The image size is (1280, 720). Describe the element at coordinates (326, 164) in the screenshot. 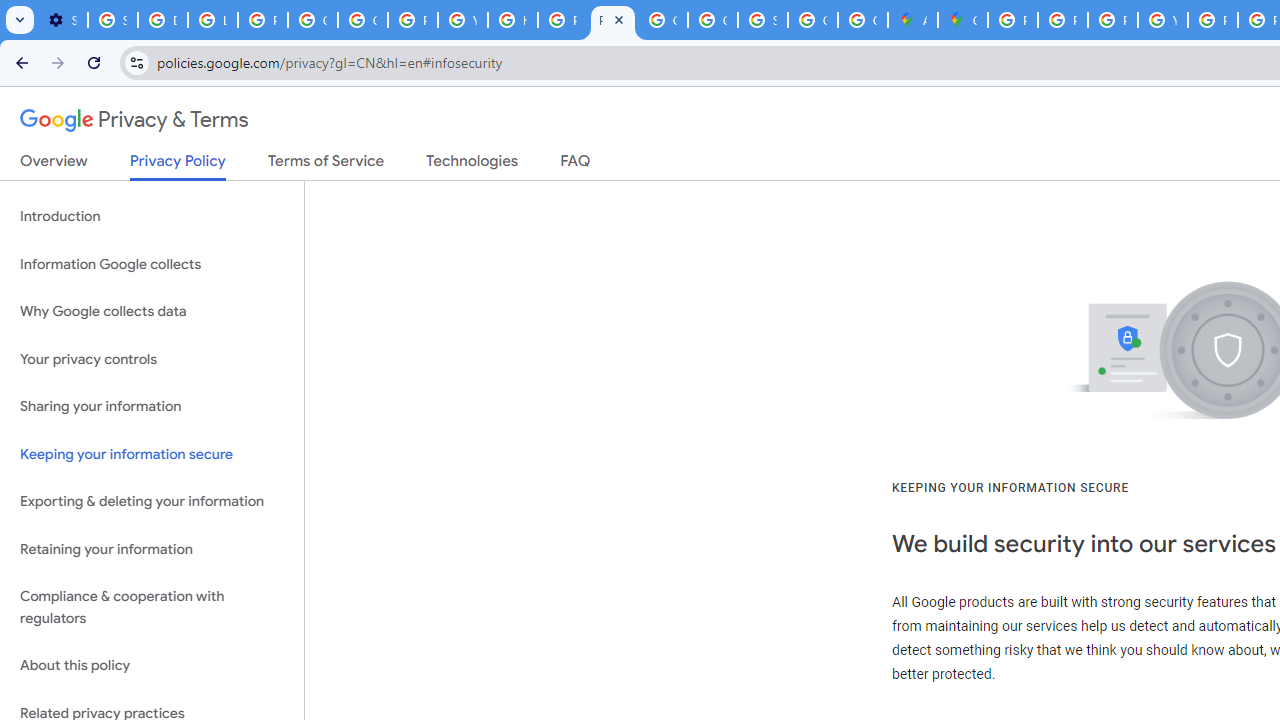

I see `'Terms of Service'` at that location.